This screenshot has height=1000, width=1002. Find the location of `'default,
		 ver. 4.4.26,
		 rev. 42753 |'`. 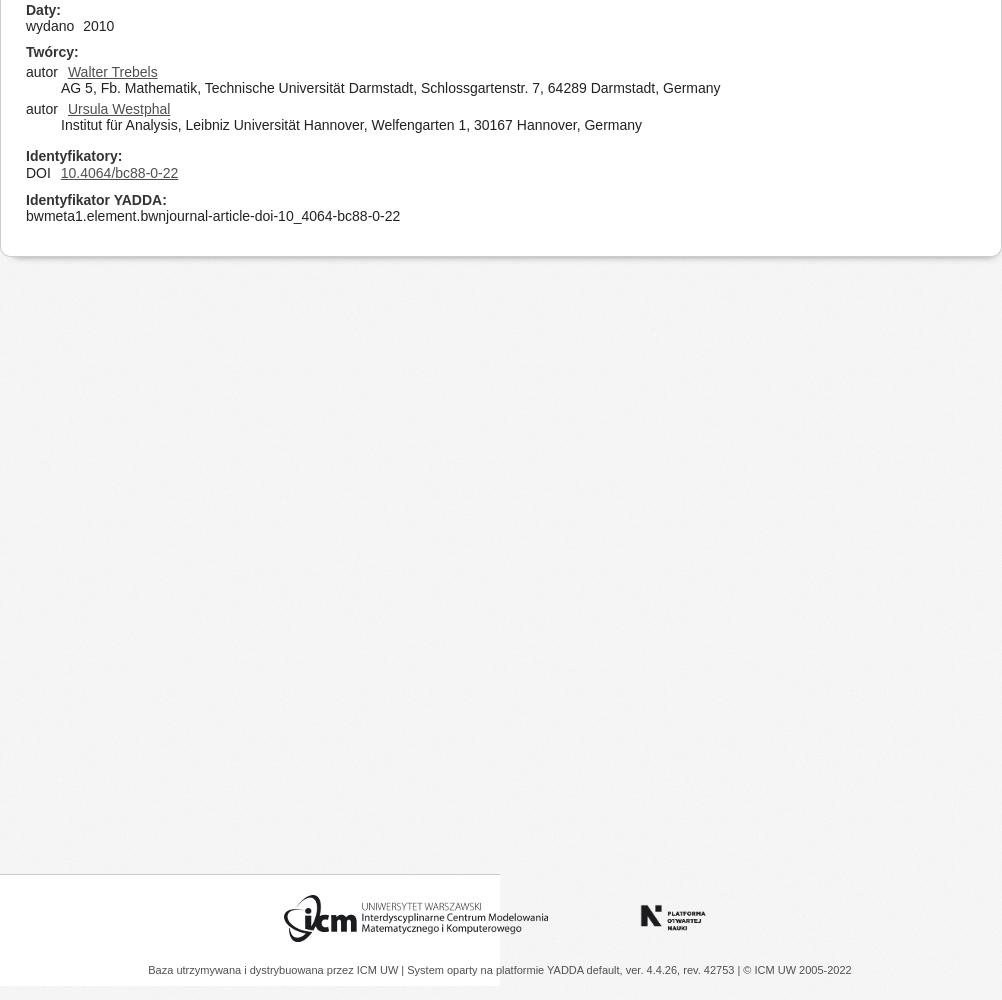

'default,
		 ver. 4.4.26,
		 rev. 42753 |' is located at coordinates (663, 969).